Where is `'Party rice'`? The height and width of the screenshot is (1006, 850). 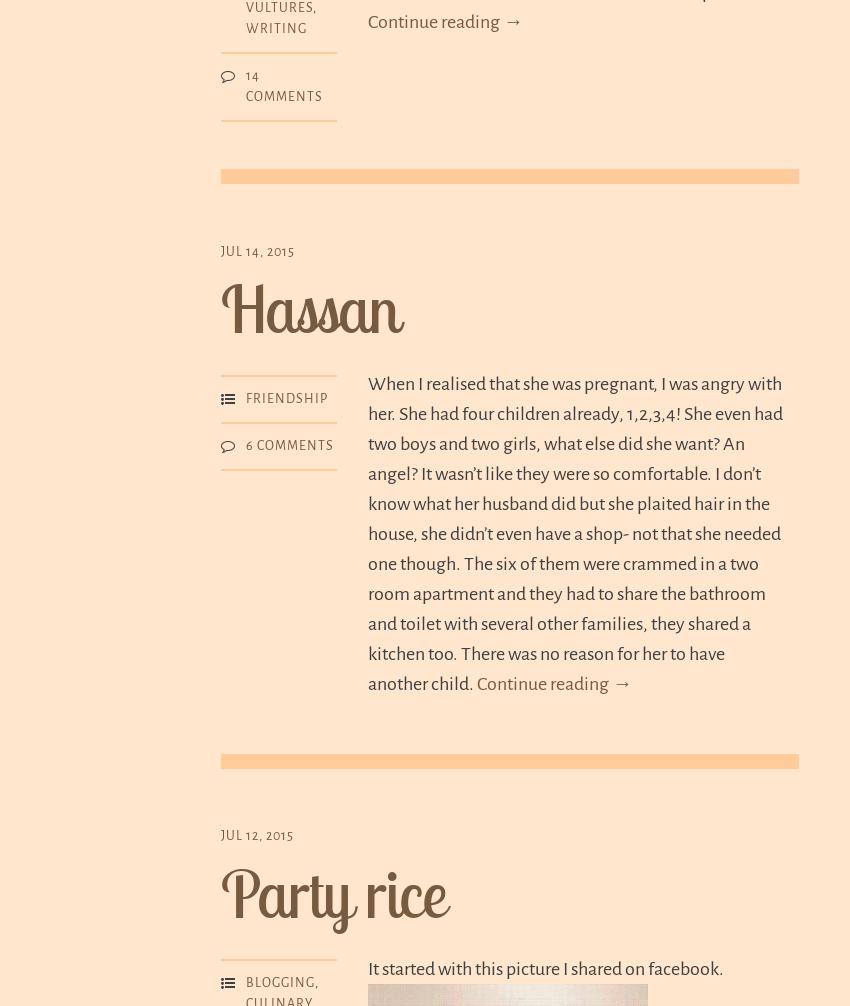 'Party rice' is located at coordinates (333, 893).